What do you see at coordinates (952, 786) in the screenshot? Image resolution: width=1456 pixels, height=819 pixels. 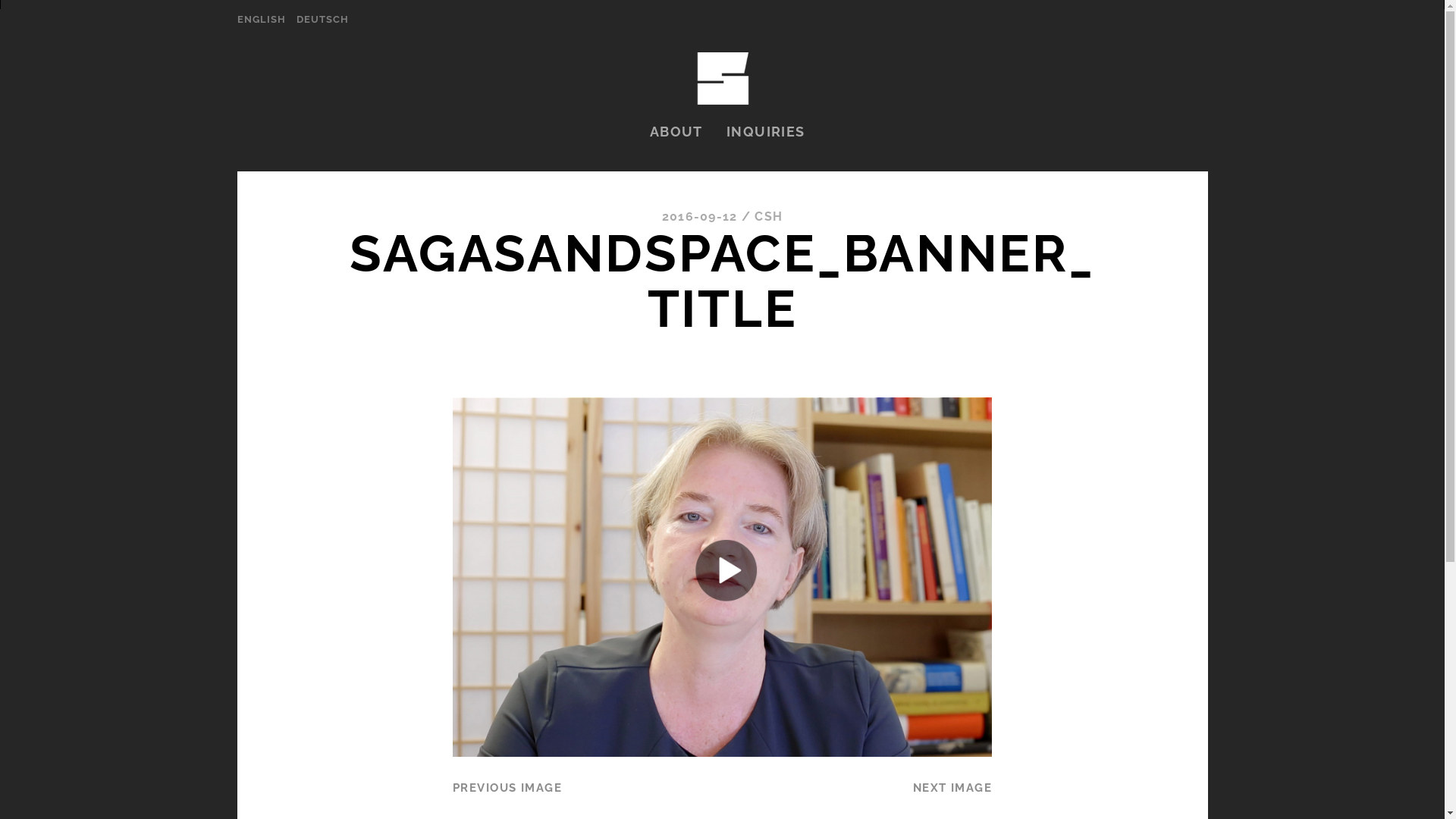 I see `'NEXT IMAGE'` at bounding box center [952, 786].